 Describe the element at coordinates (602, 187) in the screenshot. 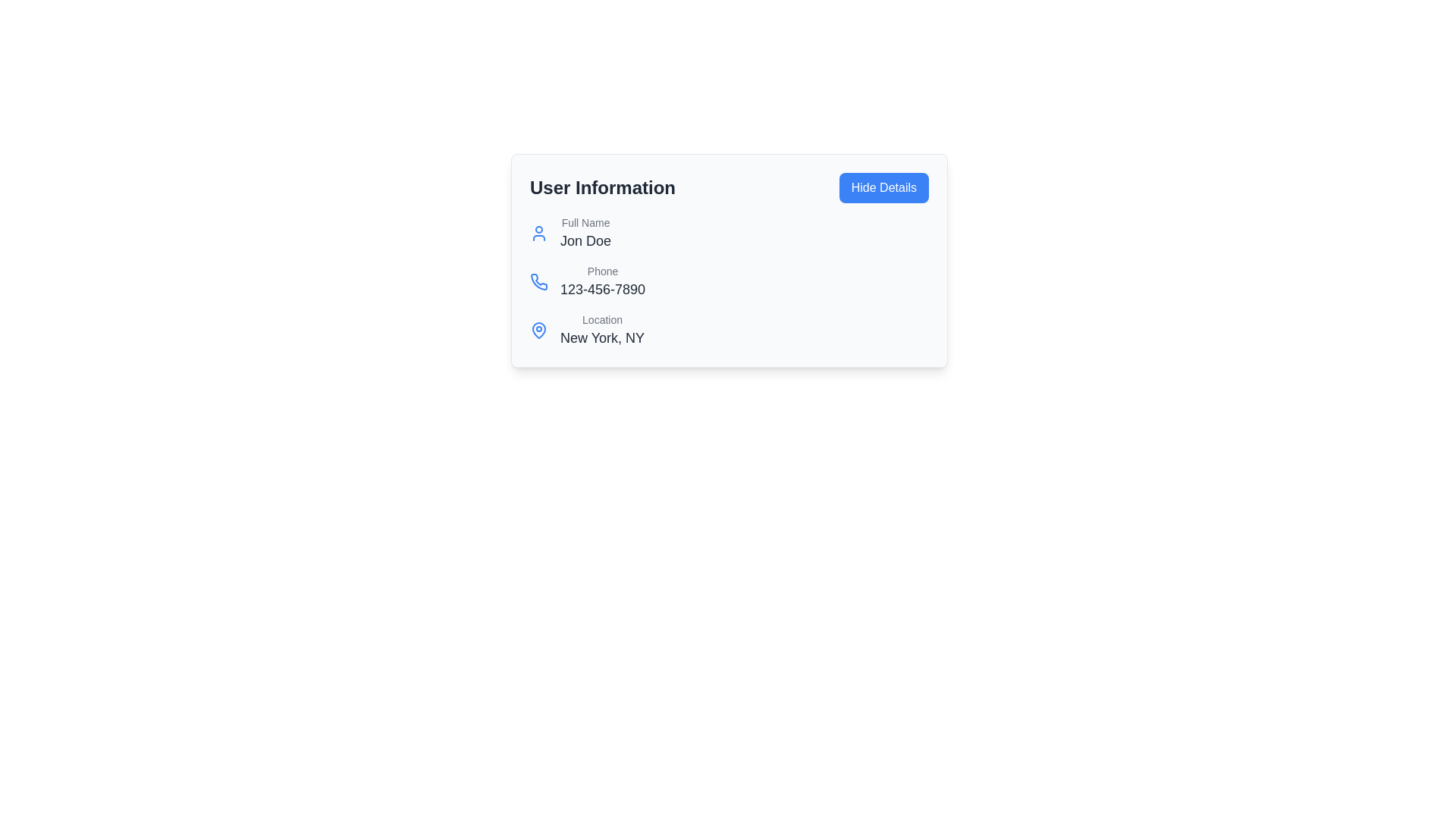

I see `the 'User Information' text label, which is prominently displayed in bold font at the top left of the card interface, adjacent to the blue 'Hide Details' button` at that location.